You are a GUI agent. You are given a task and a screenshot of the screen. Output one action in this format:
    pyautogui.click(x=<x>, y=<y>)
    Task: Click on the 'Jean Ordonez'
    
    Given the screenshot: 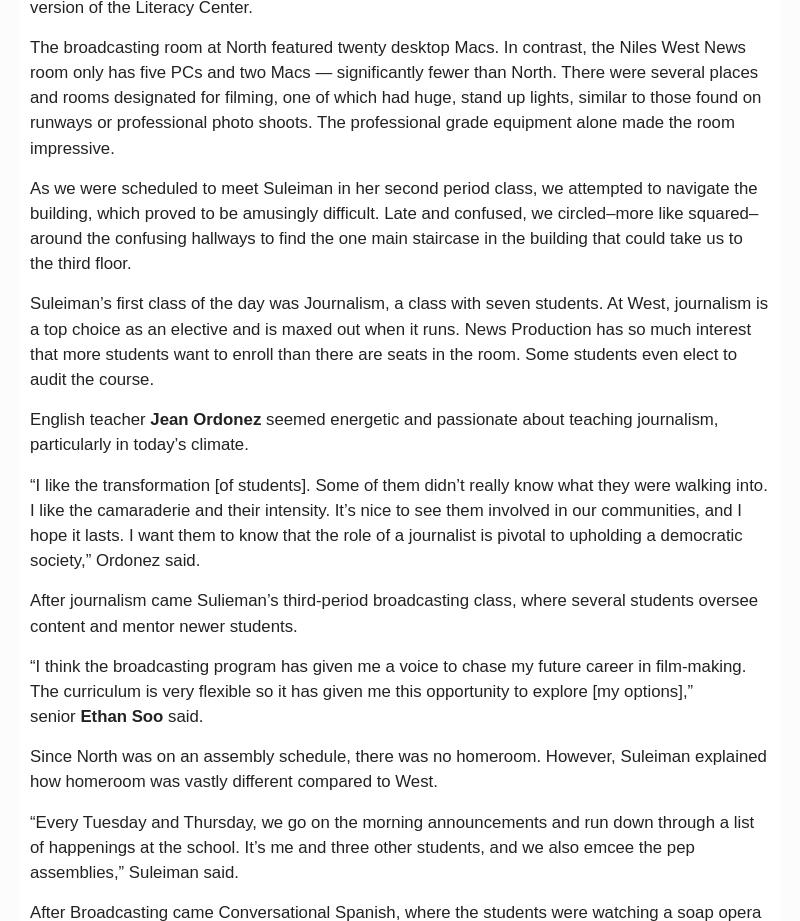 What is the action you would take?
    pyautogui.click(x=207, y=419)
    